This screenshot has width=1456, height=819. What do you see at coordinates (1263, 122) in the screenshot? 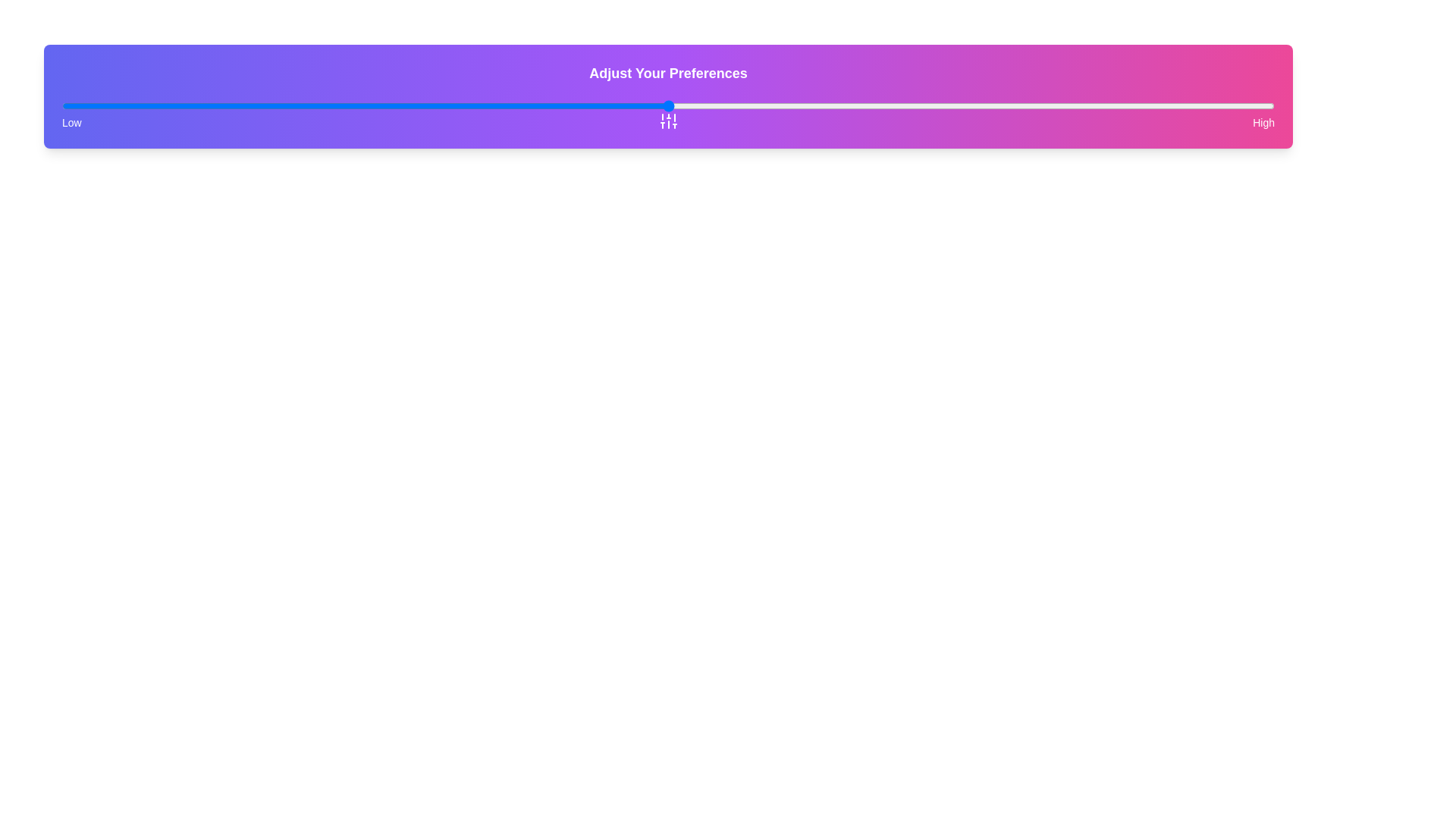
I see `the 'High' text label located on the far right end of the 'LowHigh' scale bar, adjacent to the 'Low' text` at bounding box center [1263, 122].